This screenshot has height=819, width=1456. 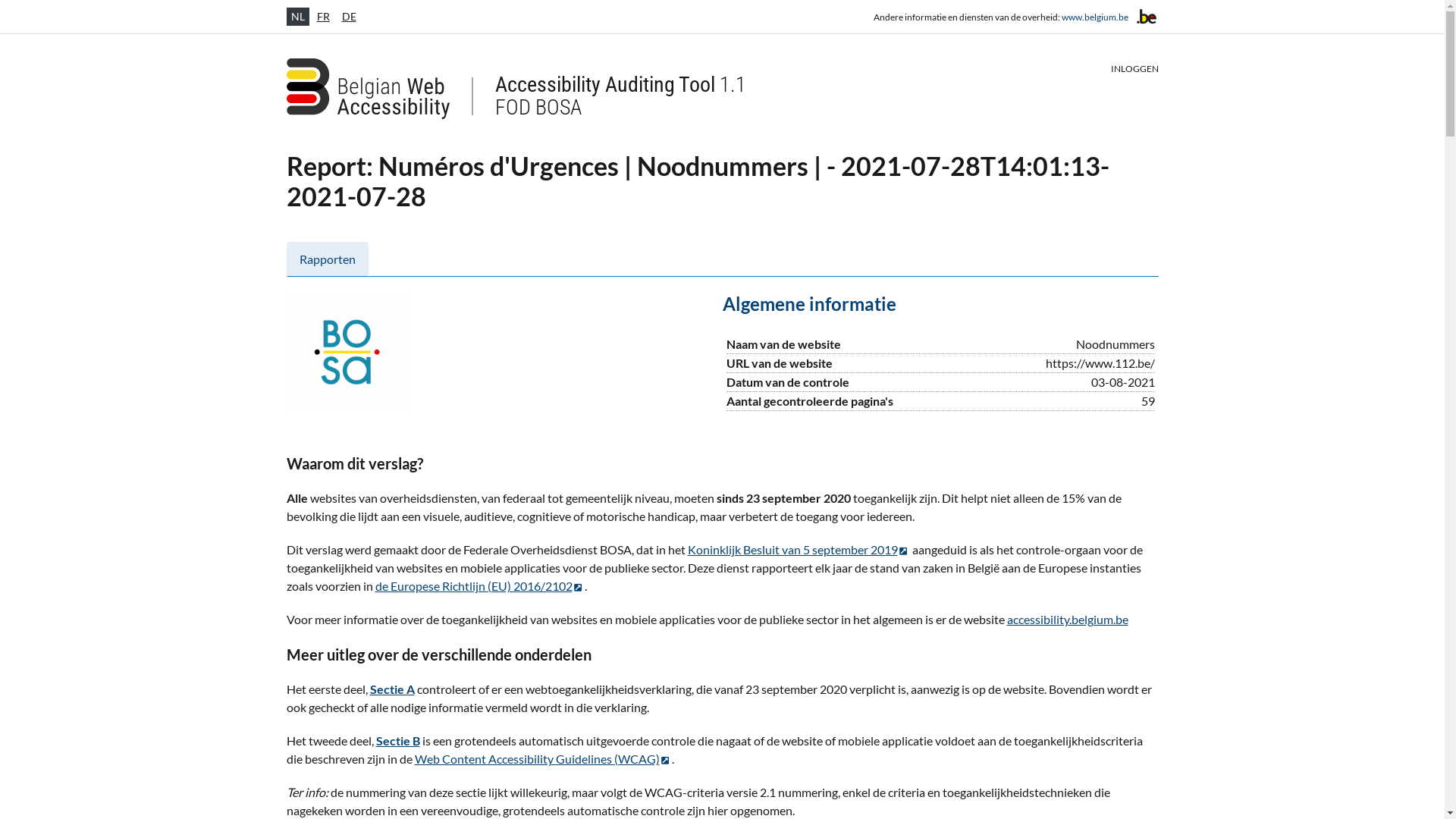 What do you see at coordinates (327, 259) in the screenshot?
I see `'Rapporten'` at bounding box center [327, 259].